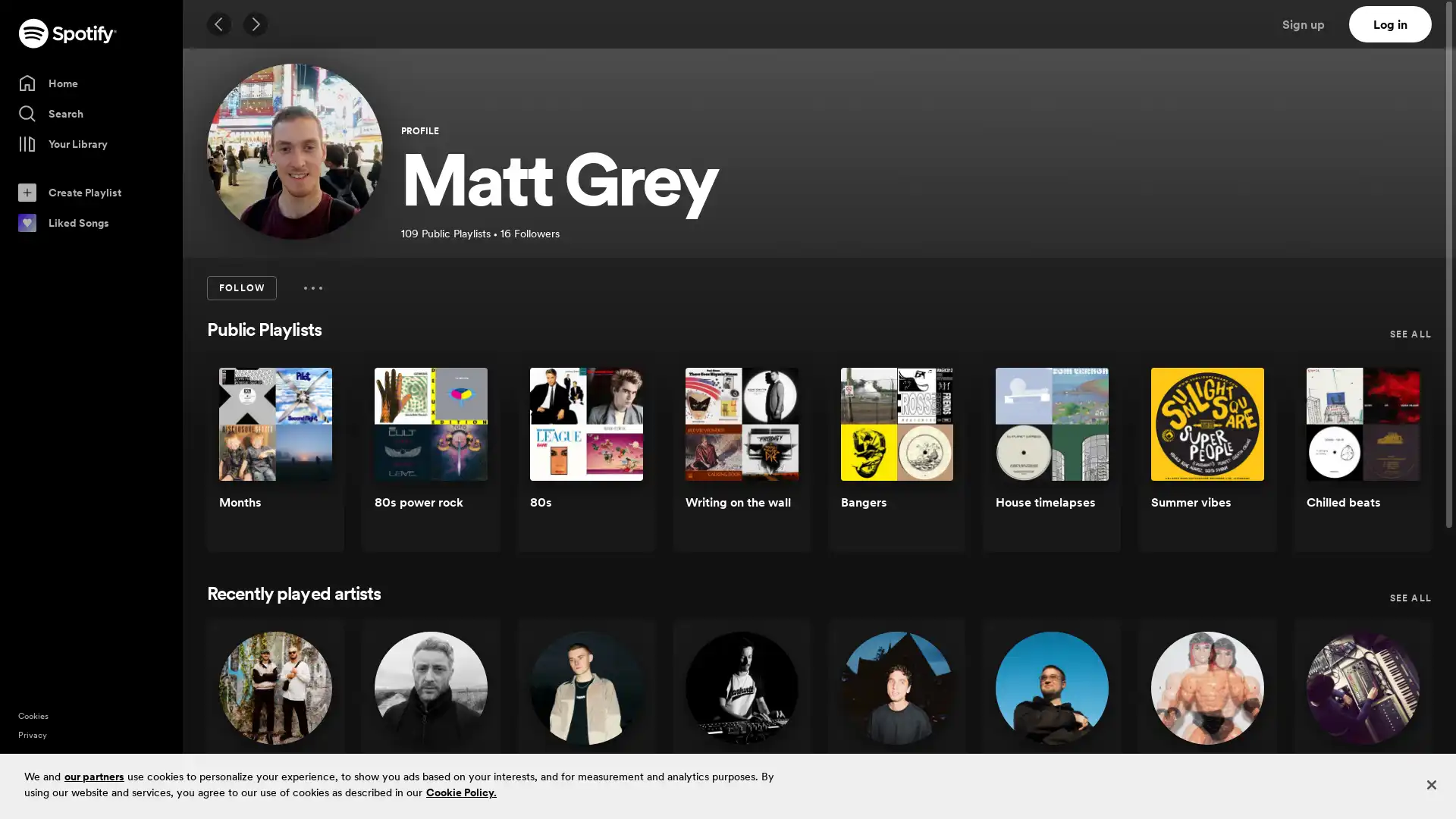 The width and height of the screenshot is (1456, 819). Describe the element at coordinates (1390, 24) in the screenshot. I see `Log in` at that location.